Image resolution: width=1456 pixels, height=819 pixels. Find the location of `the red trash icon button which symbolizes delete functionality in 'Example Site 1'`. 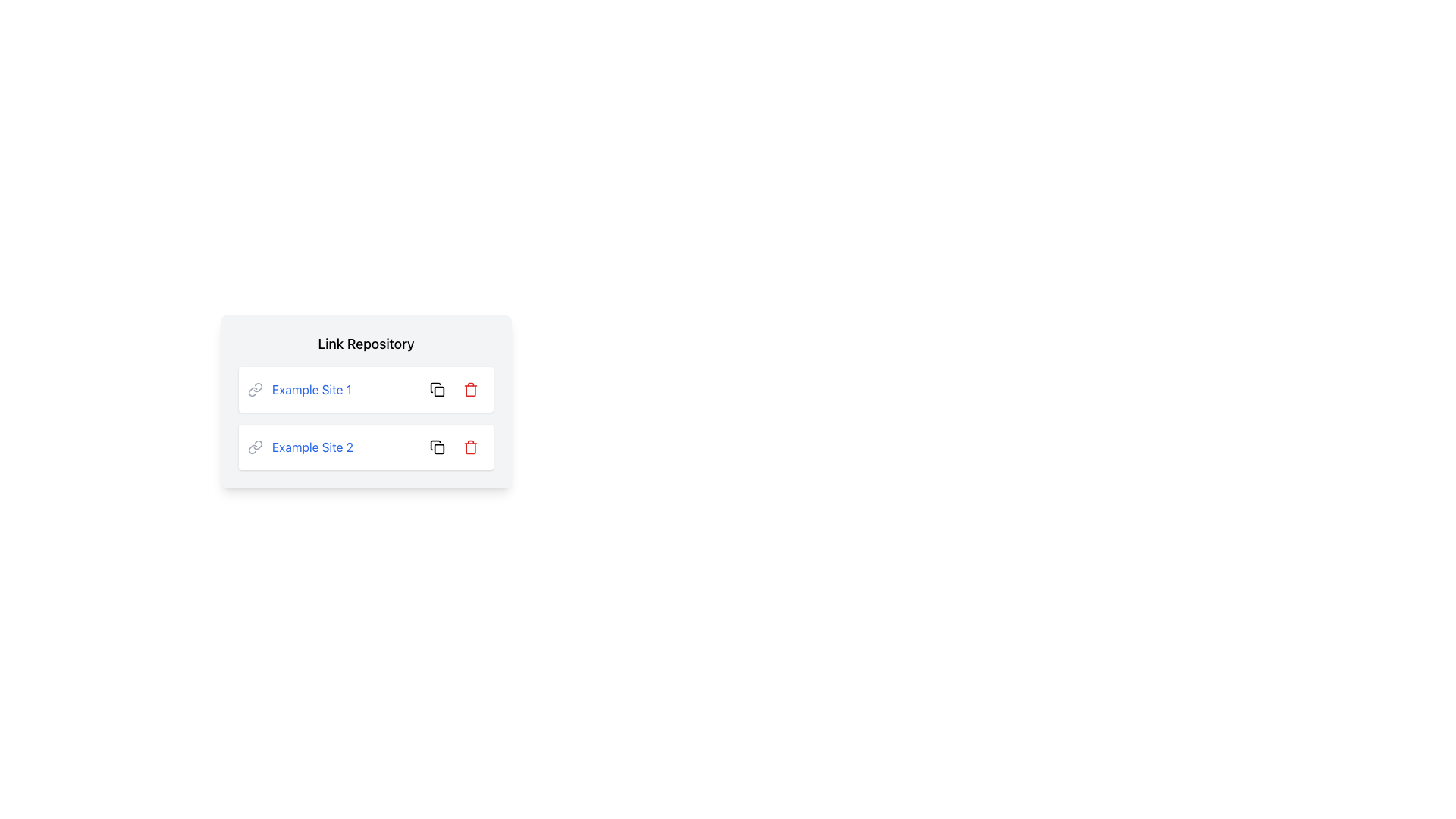

the red trash icon button which symbolizes delete functionality in 'Example Site 1' is located at coordinates (469, 388).